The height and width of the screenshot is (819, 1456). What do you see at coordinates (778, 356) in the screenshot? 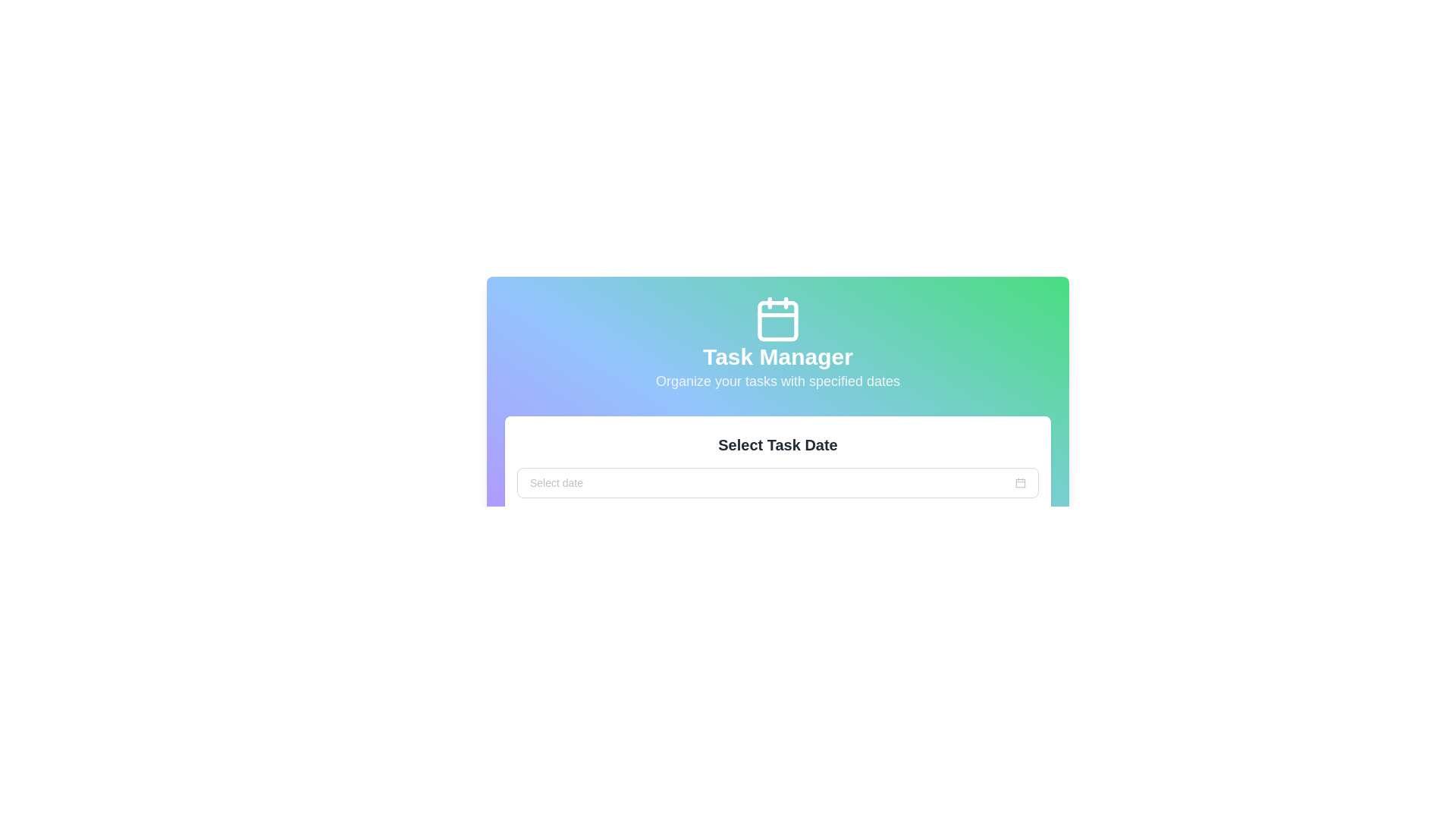
I see `the 'Task Manager' text label, which is styled in bold with a white font on a gradient background, located centrally in the interface` at bounding box center [778, 356].